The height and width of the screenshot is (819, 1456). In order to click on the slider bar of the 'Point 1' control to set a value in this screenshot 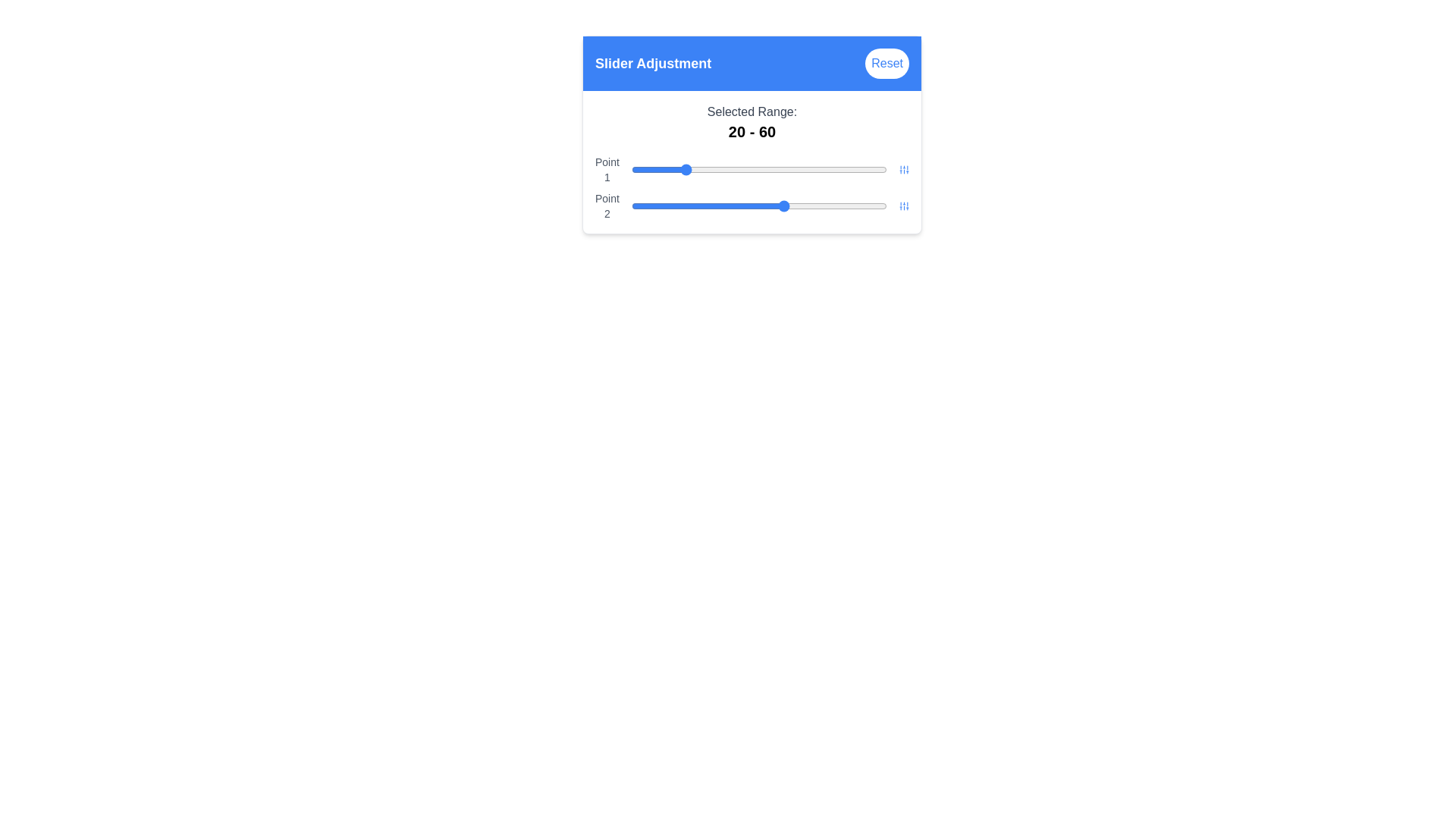, I will do `click(752, 169)`.